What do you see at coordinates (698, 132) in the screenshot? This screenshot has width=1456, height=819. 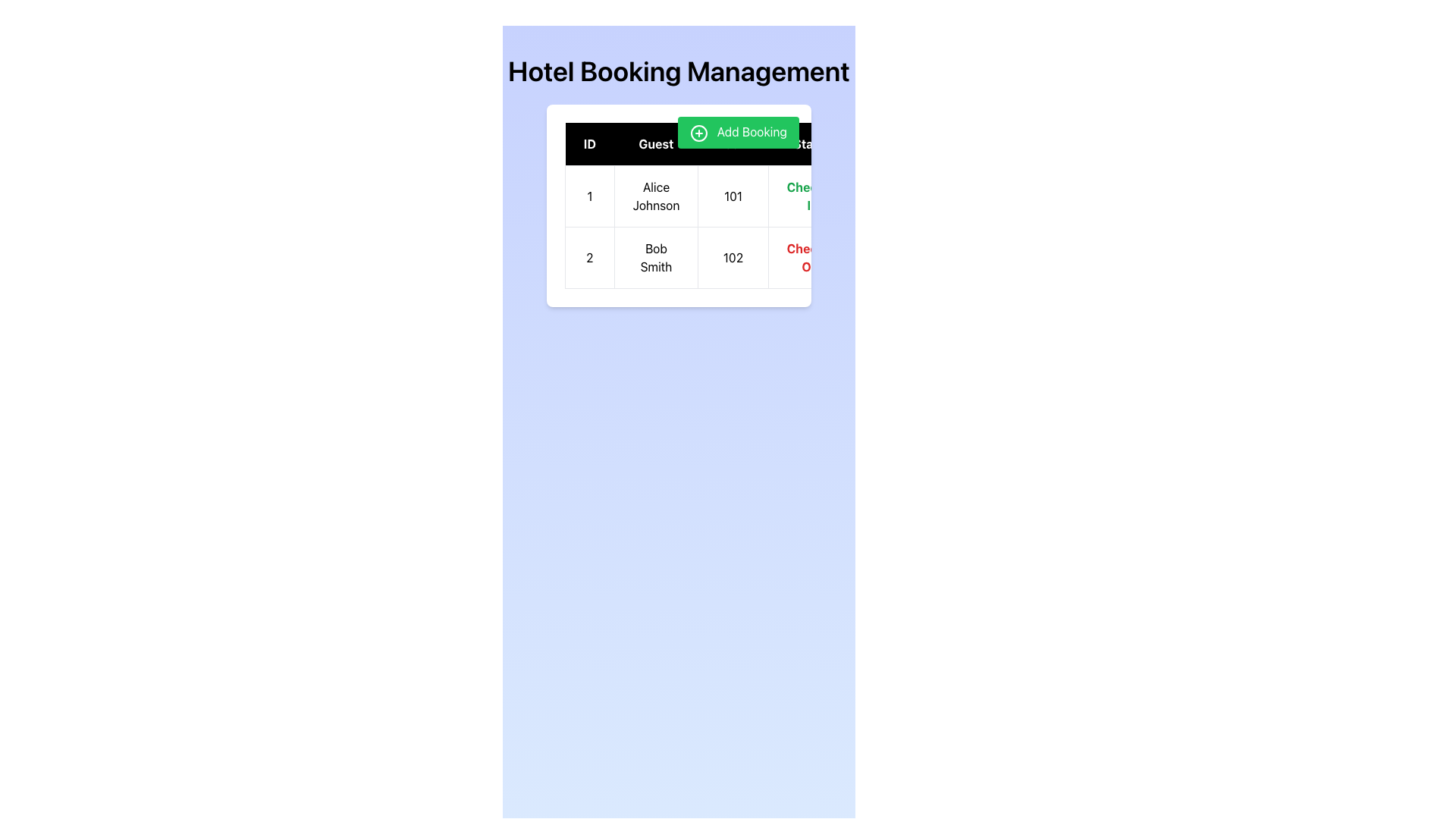 I see `the SVG Circle element that represents the add bookings function to invoke its action` at bounding box center [698, 132].